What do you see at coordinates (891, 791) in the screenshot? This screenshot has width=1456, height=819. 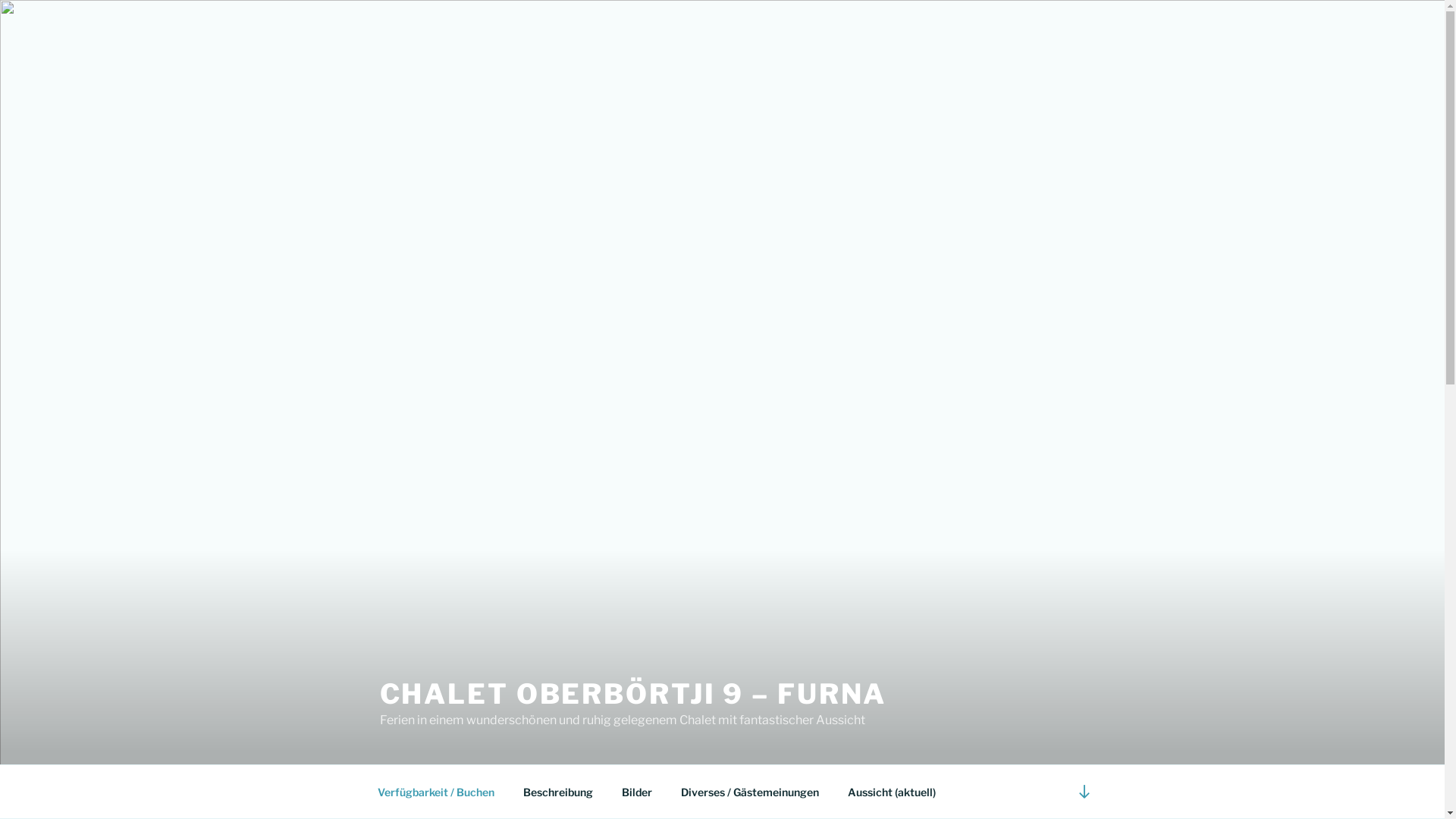 I see `'Aussicht (aktuell)'` at bounding box center [891, 791].